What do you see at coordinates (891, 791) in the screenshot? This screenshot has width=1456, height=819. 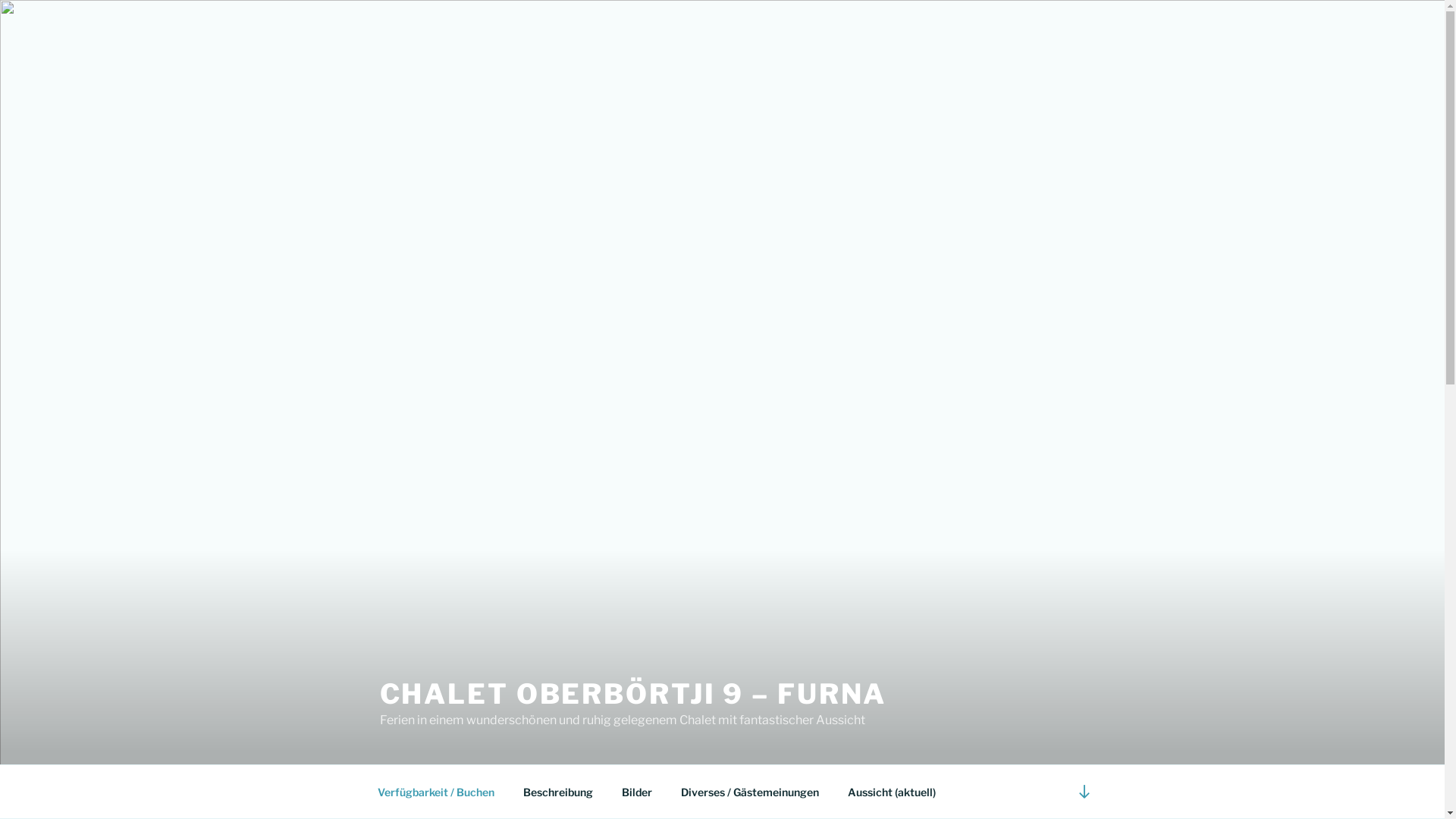 I see `'Aussicht (aktuell)'` at bounding box center [891, 791].